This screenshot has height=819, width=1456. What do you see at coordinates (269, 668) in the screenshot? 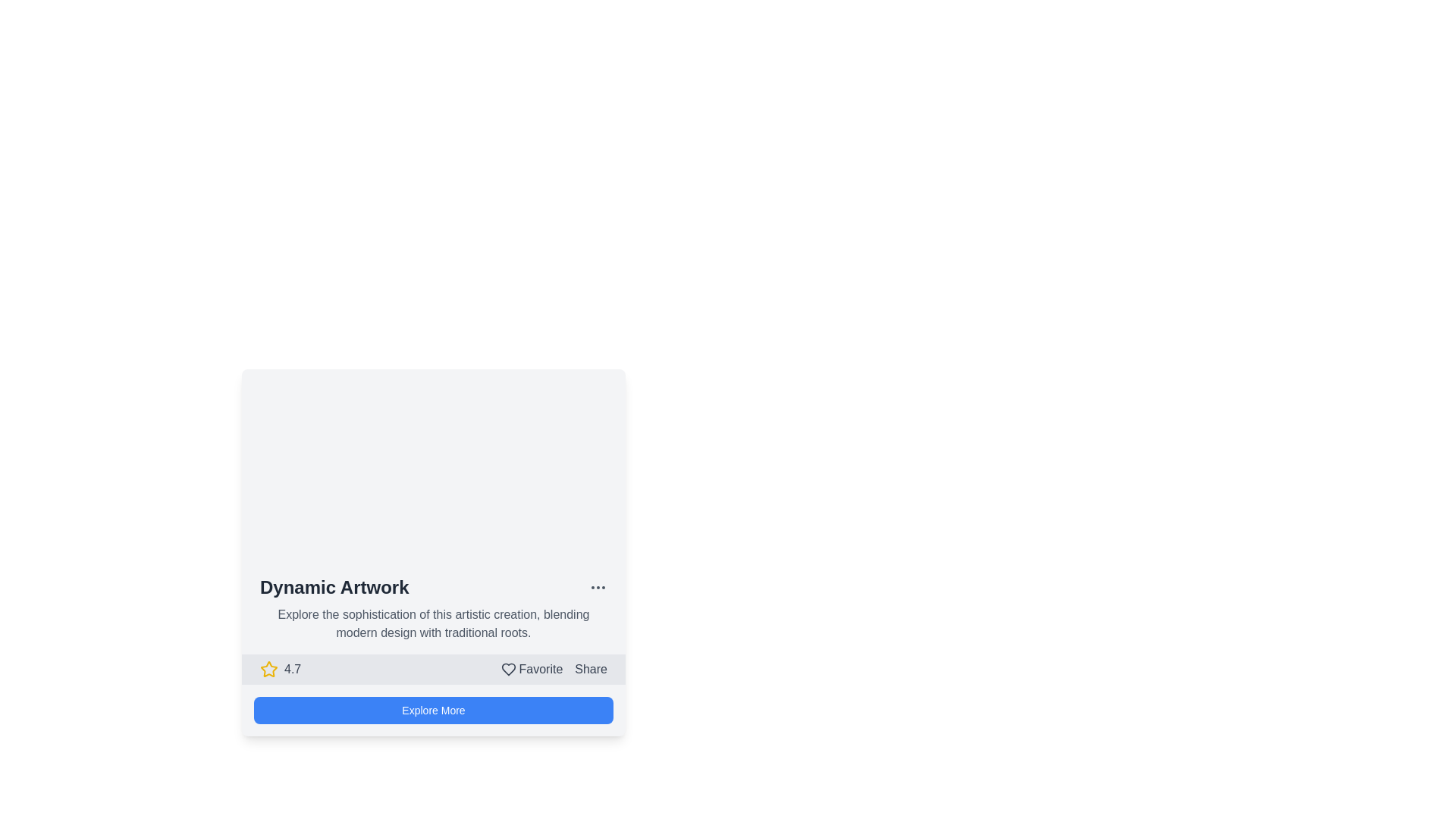
I see `the star icon representing a rating indicator, which is positioned to the left of the text '4.7' in the card layout` at bounding box center [269, 668].